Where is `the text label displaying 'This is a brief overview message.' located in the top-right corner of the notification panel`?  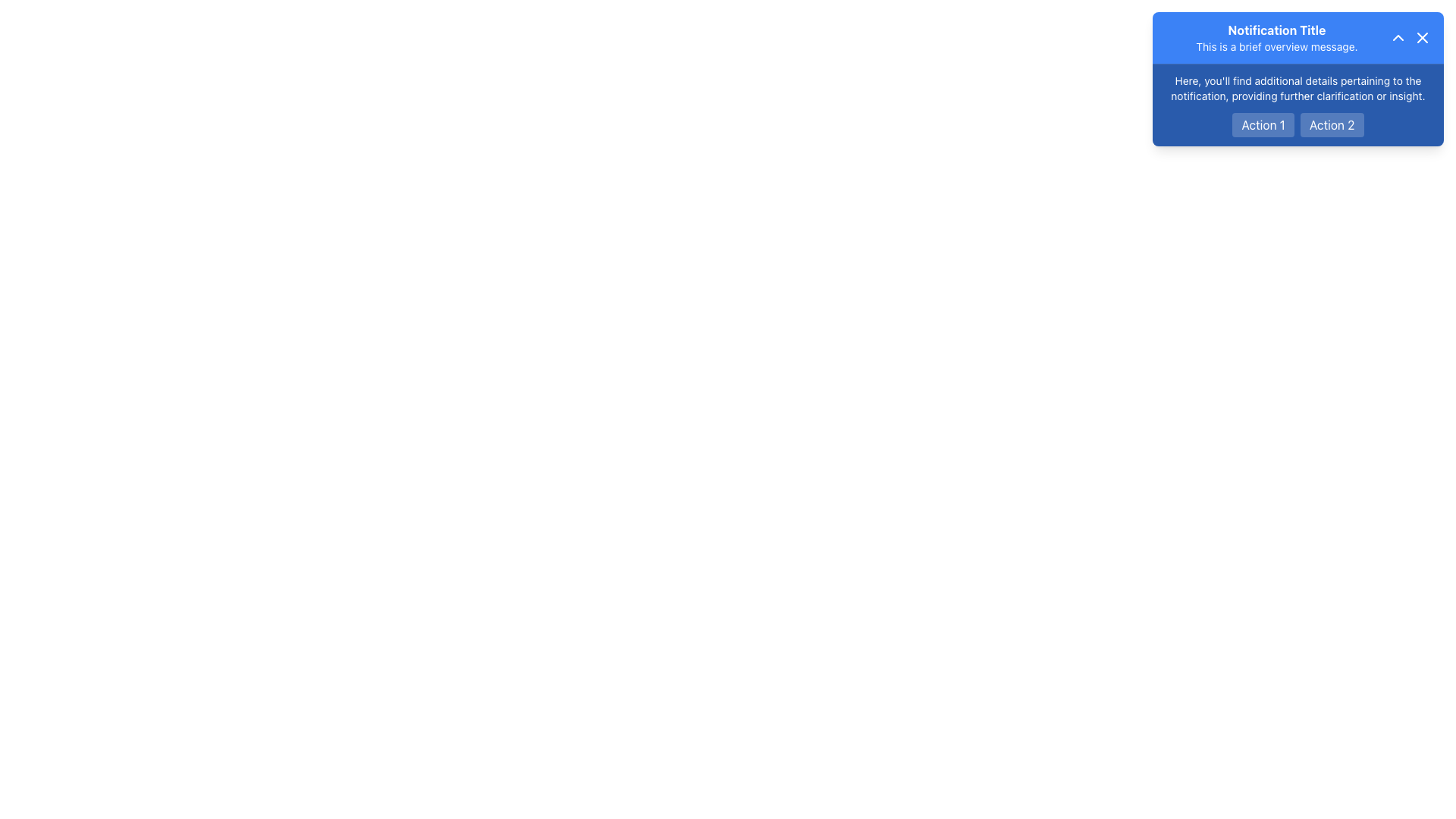
the text label displaying 'This is a brief overview message.' located in the top-right corner of the notification panel is located at coordinates (1276, 45).